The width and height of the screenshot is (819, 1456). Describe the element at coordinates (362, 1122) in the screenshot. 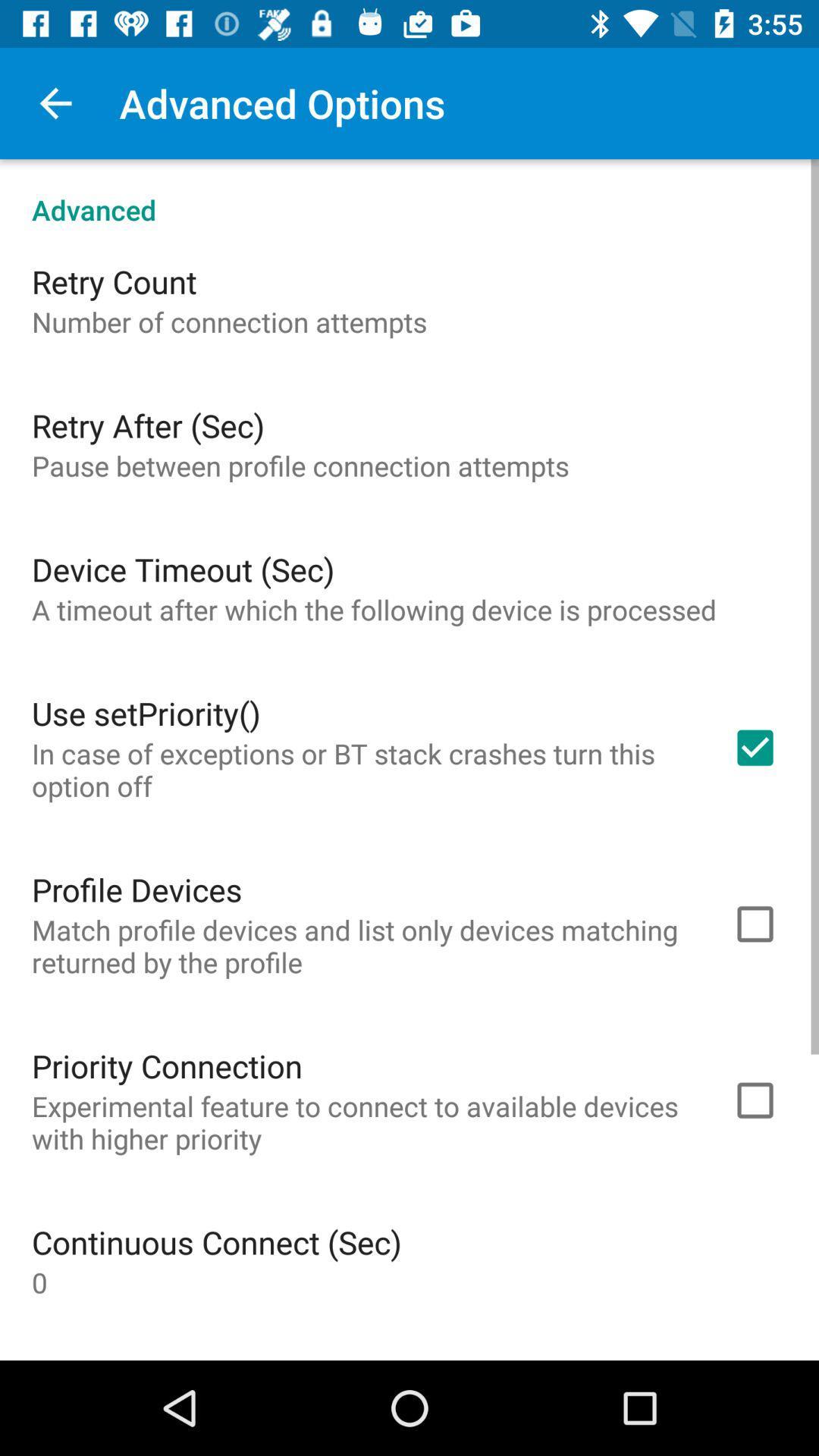

I see `the item above continuous connect (sec)` at that location.